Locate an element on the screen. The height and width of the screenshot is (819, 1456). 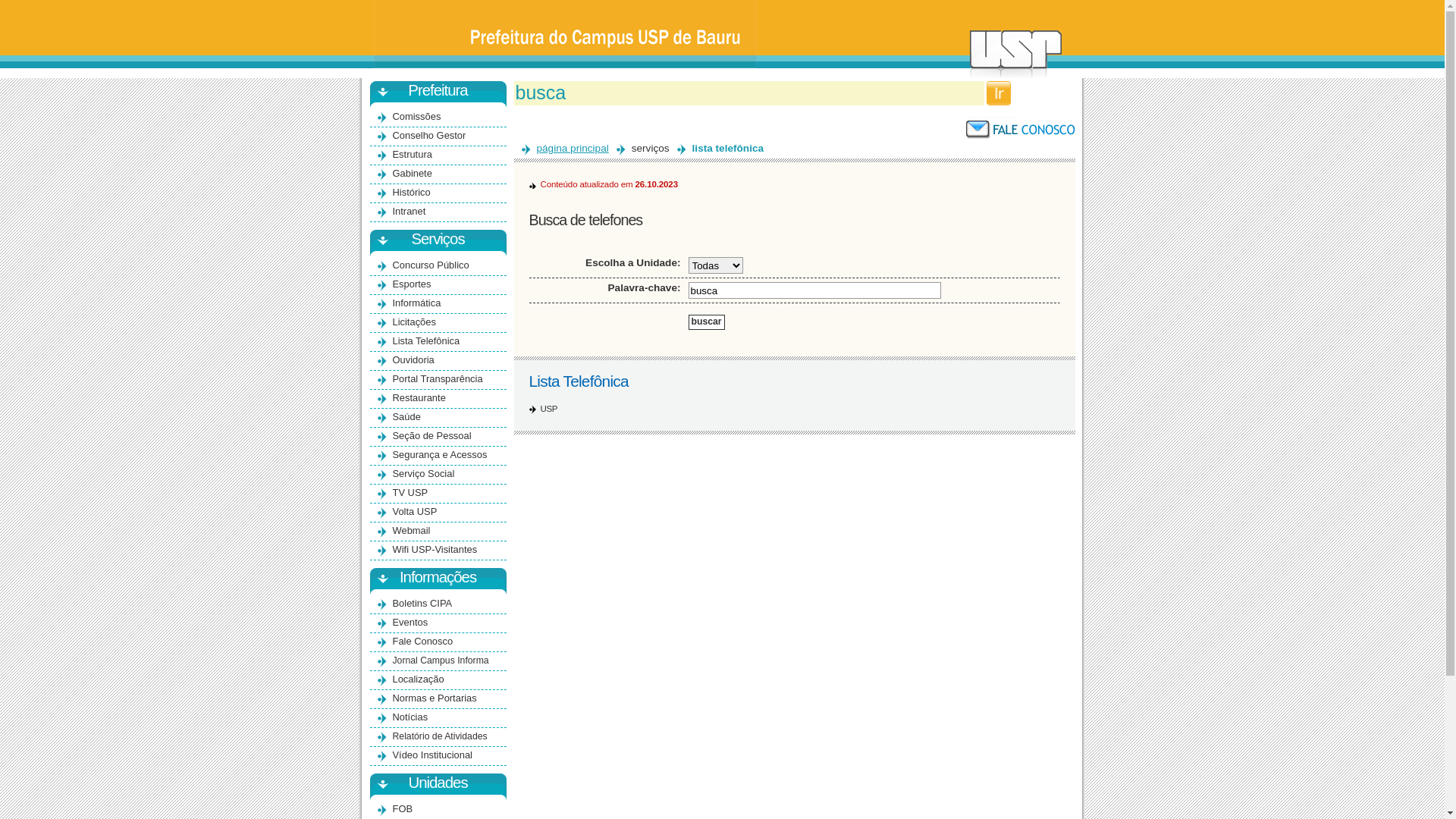
'Eventos' is located at coordinates (410, 622).